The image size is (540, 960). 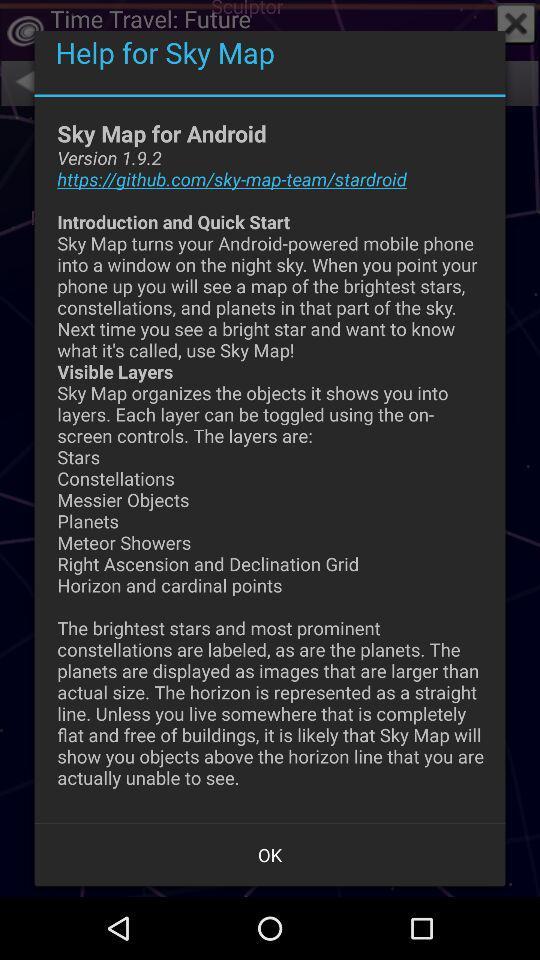 I want to click on ok item, so click(x=270, y=853).